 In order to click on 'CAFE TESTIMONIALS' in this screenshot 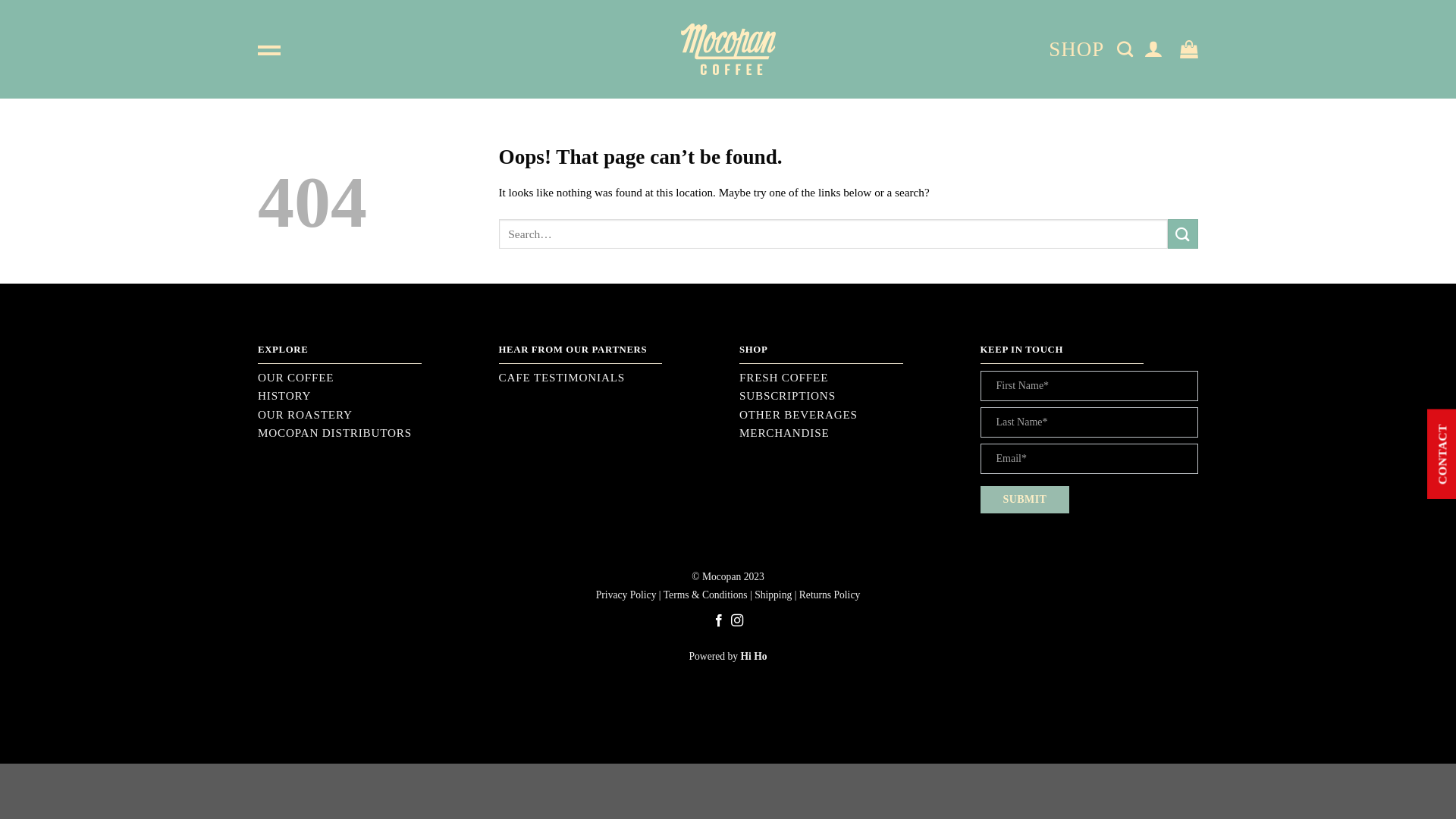, I will do `click(607, 376)`.